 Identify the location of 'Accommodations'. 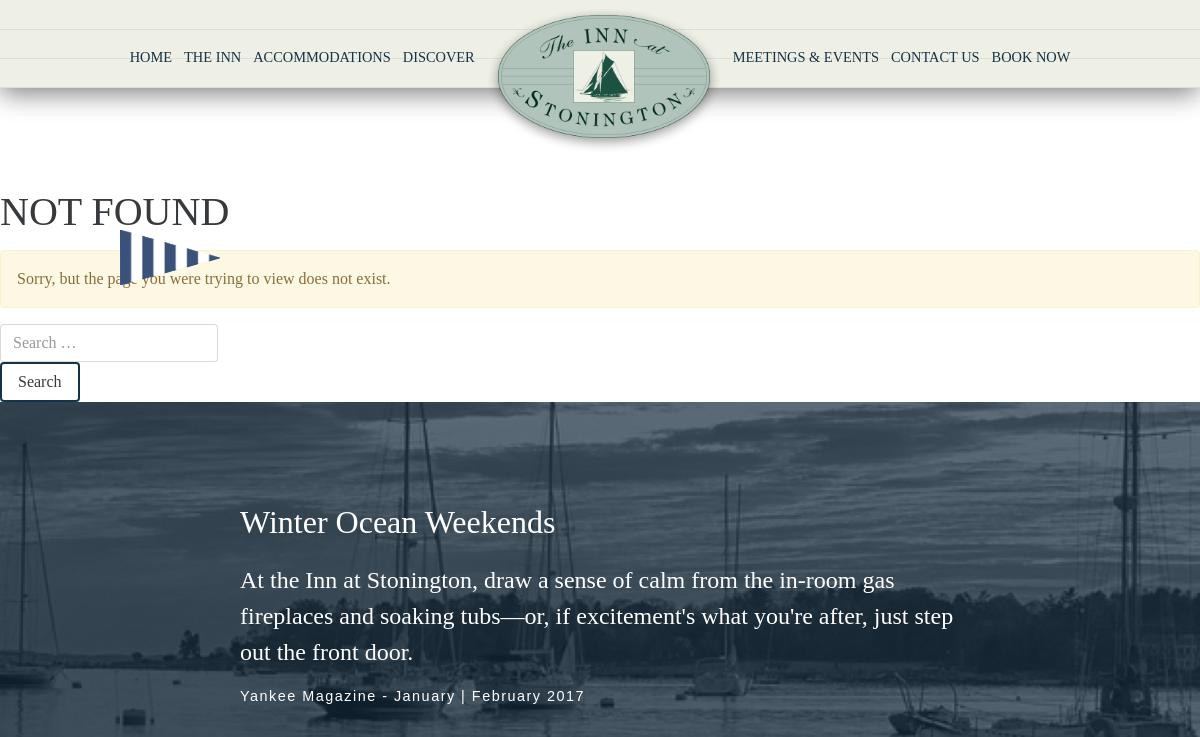
(321, 56).